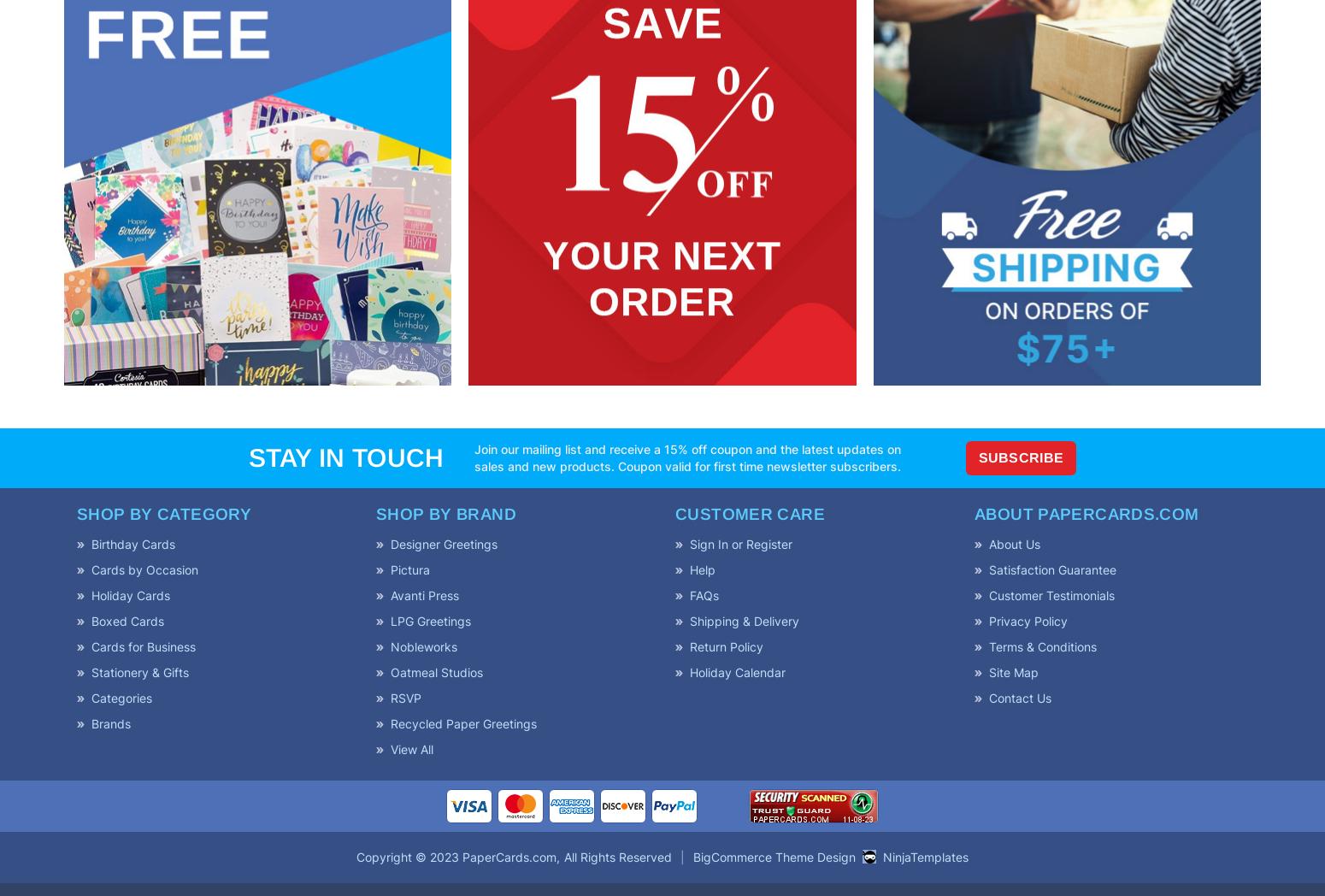  I want to click on 'Birthday Cards', so click(132, 542).